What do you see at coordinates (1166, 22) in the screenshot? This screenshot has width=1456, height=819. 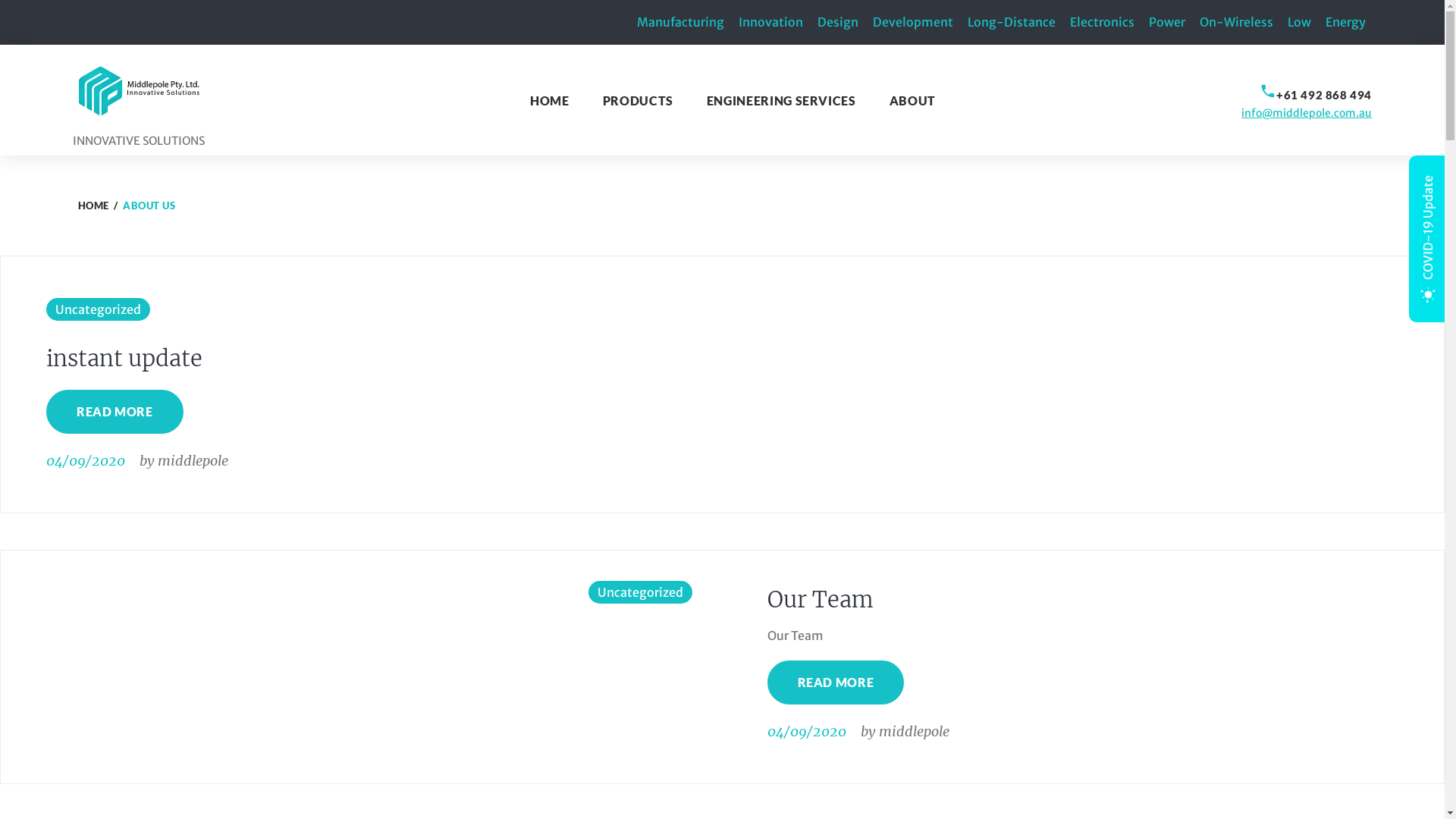 I see `'Power'` at bounding box center [1166, 22].